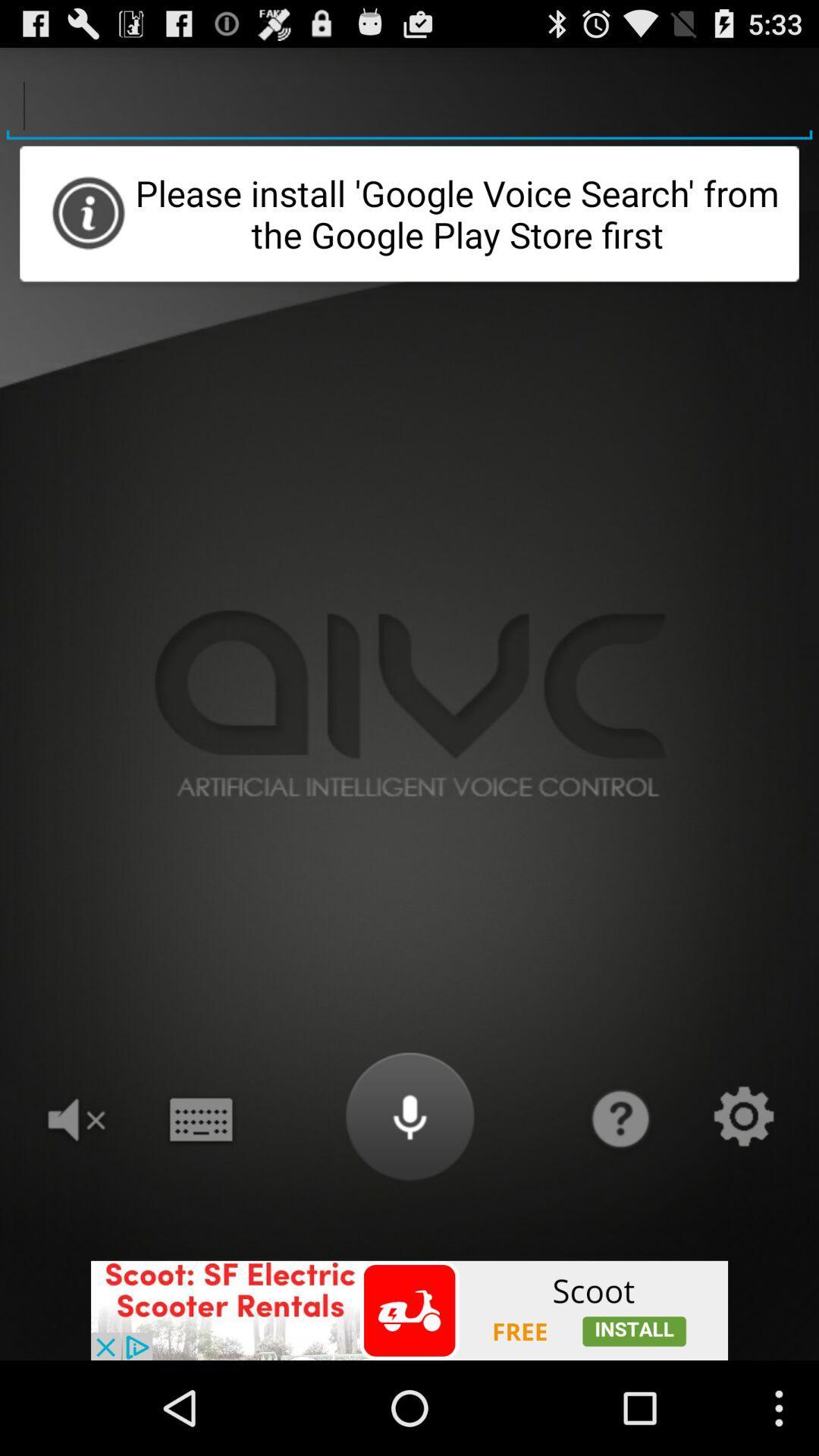 This screenshot has height=1456, width=819. What do you see at coordinates (619, 1194) in the screenshot?
I see `the help icon` at bounding box center [619, 1194].